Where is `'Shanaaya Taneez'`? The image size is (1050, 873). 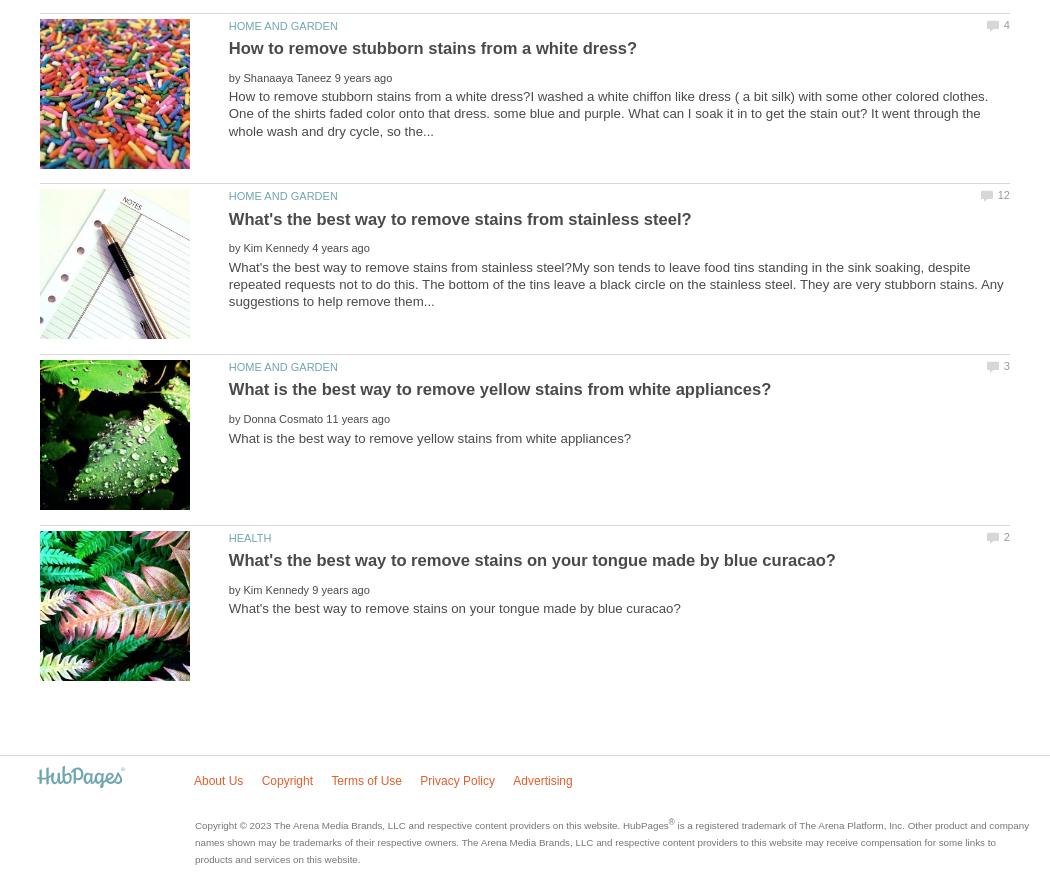
'Shanaaya Taneez' is located at coordinates (242, 75).